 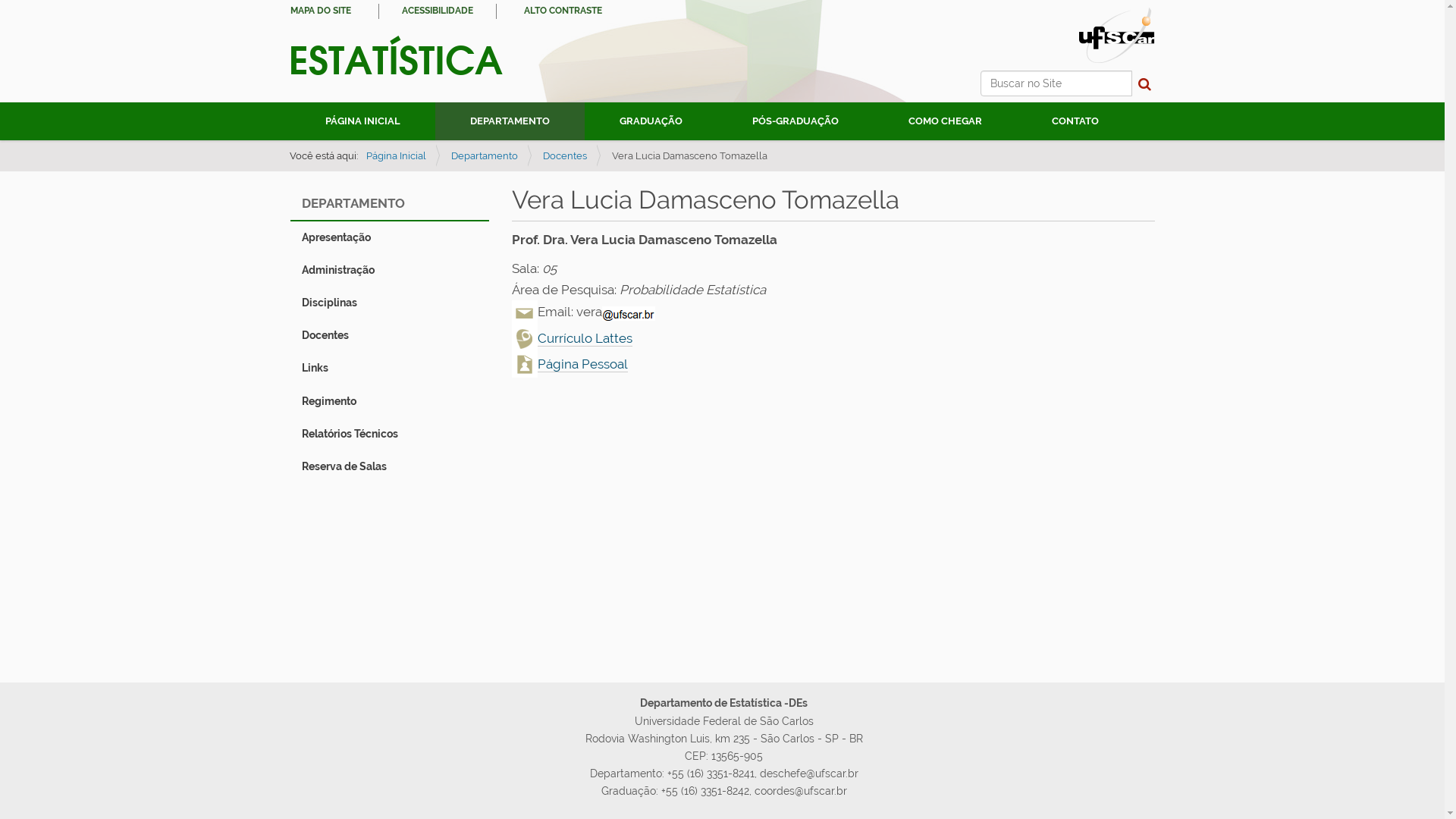 What do you see at coordinates (524, 312) in the screenshot?
I see `'Email'` at bounding box center [524, 312].